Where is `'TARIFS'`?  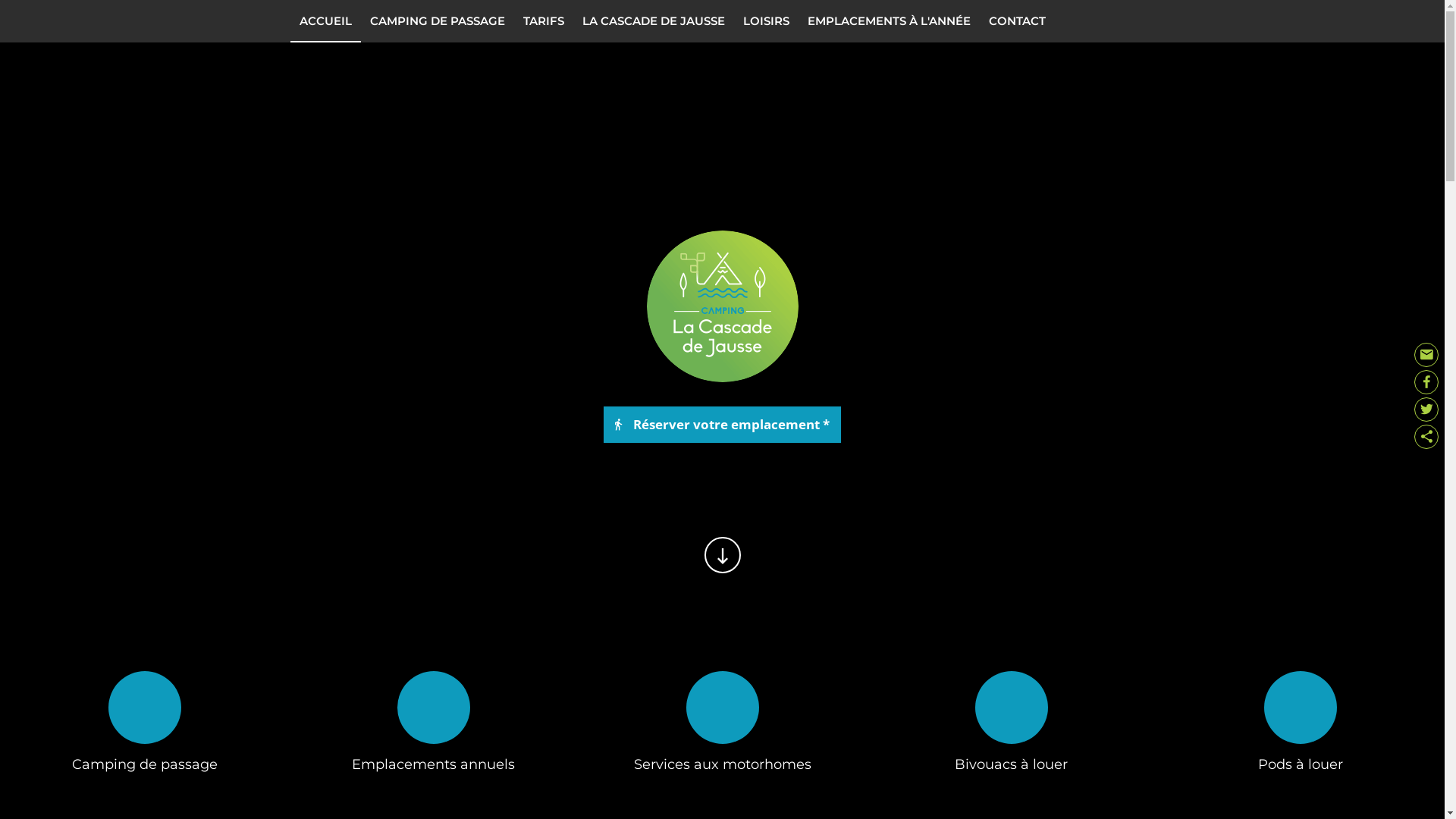
'TARIFS' is located at coordinates (543, 20).